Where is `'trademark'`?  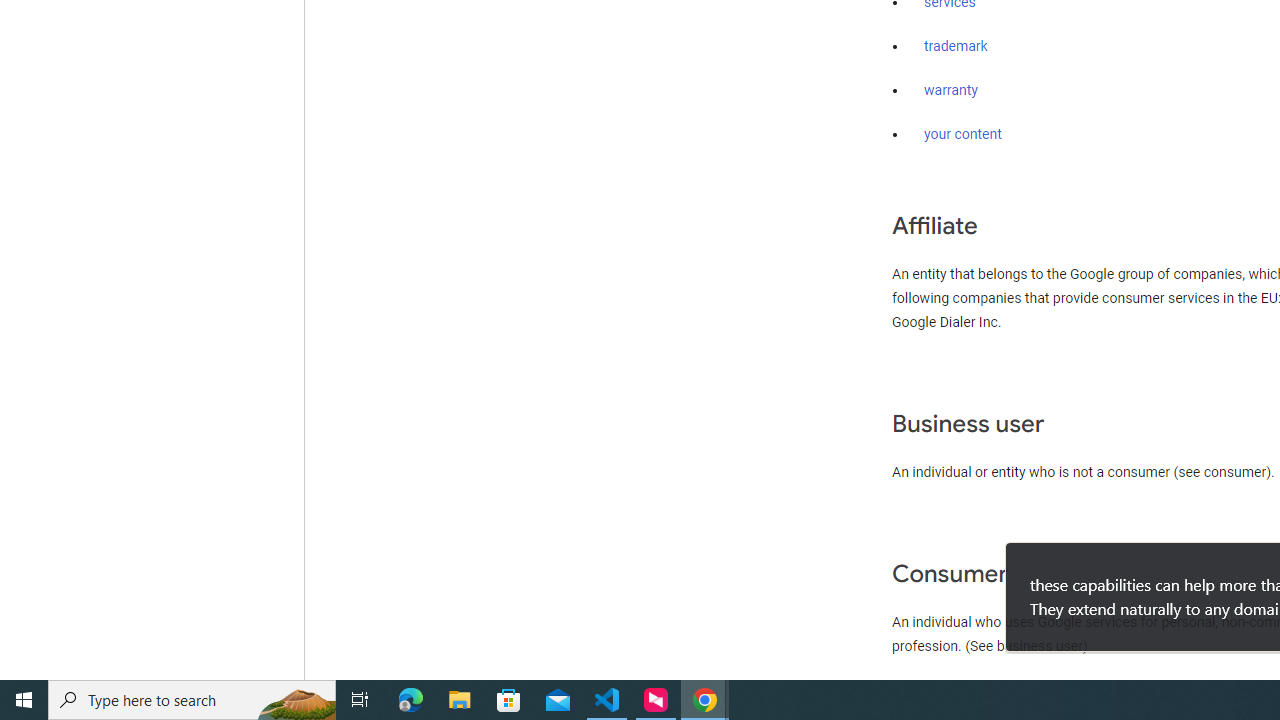 'trademark' is located at coordinates (955, 46).